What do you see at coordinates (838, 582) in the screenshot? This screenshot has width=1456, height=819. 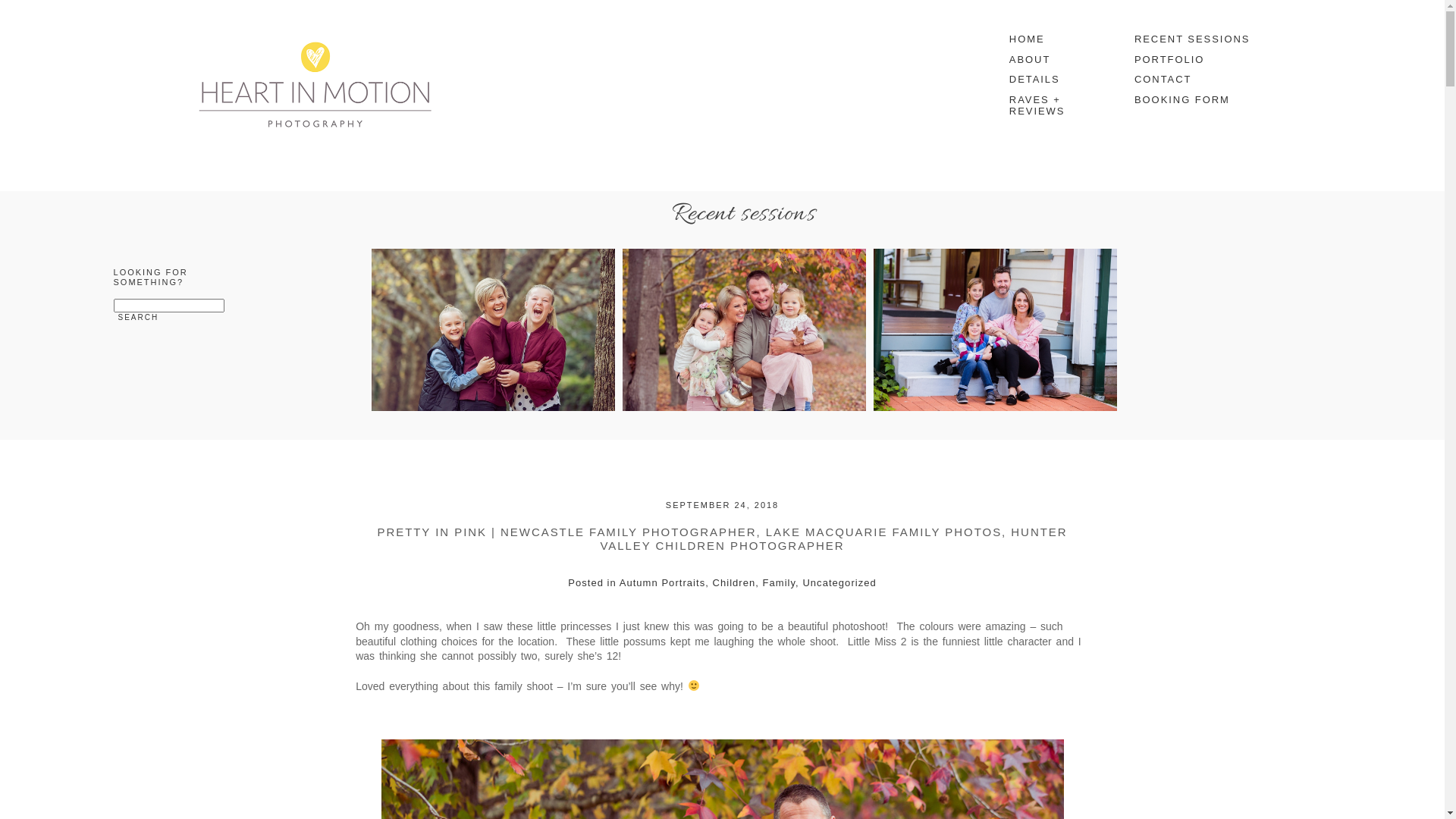 I see `'Uncategorized'` at bounding box center [838, 582].